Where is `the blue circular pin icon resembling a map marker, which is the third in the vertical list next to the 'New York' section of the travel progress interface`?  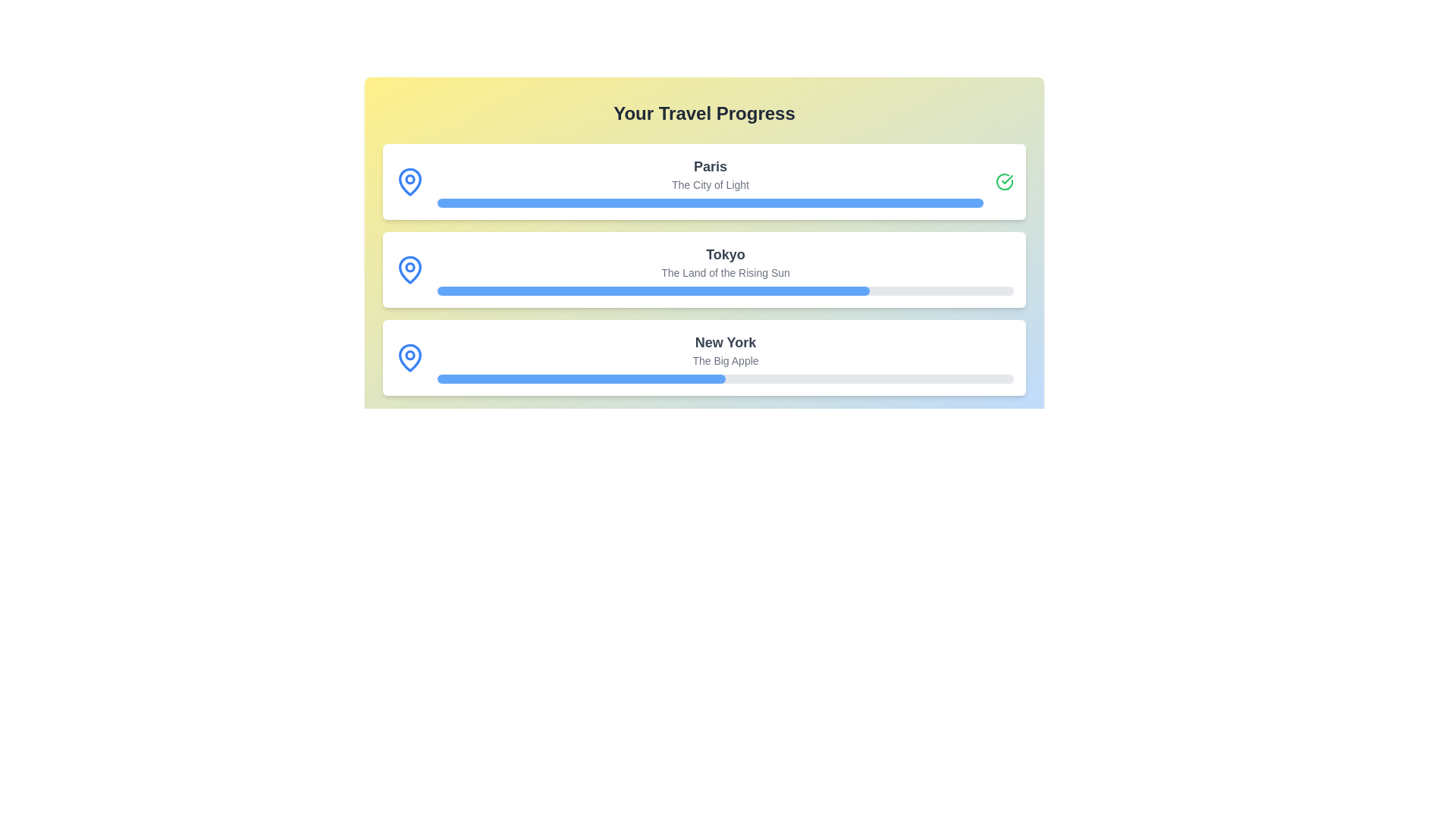 the blue circular pin icon resembling a map marker, which is the third in the vertical list next to the 'New York' section of the travel progress interface is located at coordinates (410, 356).